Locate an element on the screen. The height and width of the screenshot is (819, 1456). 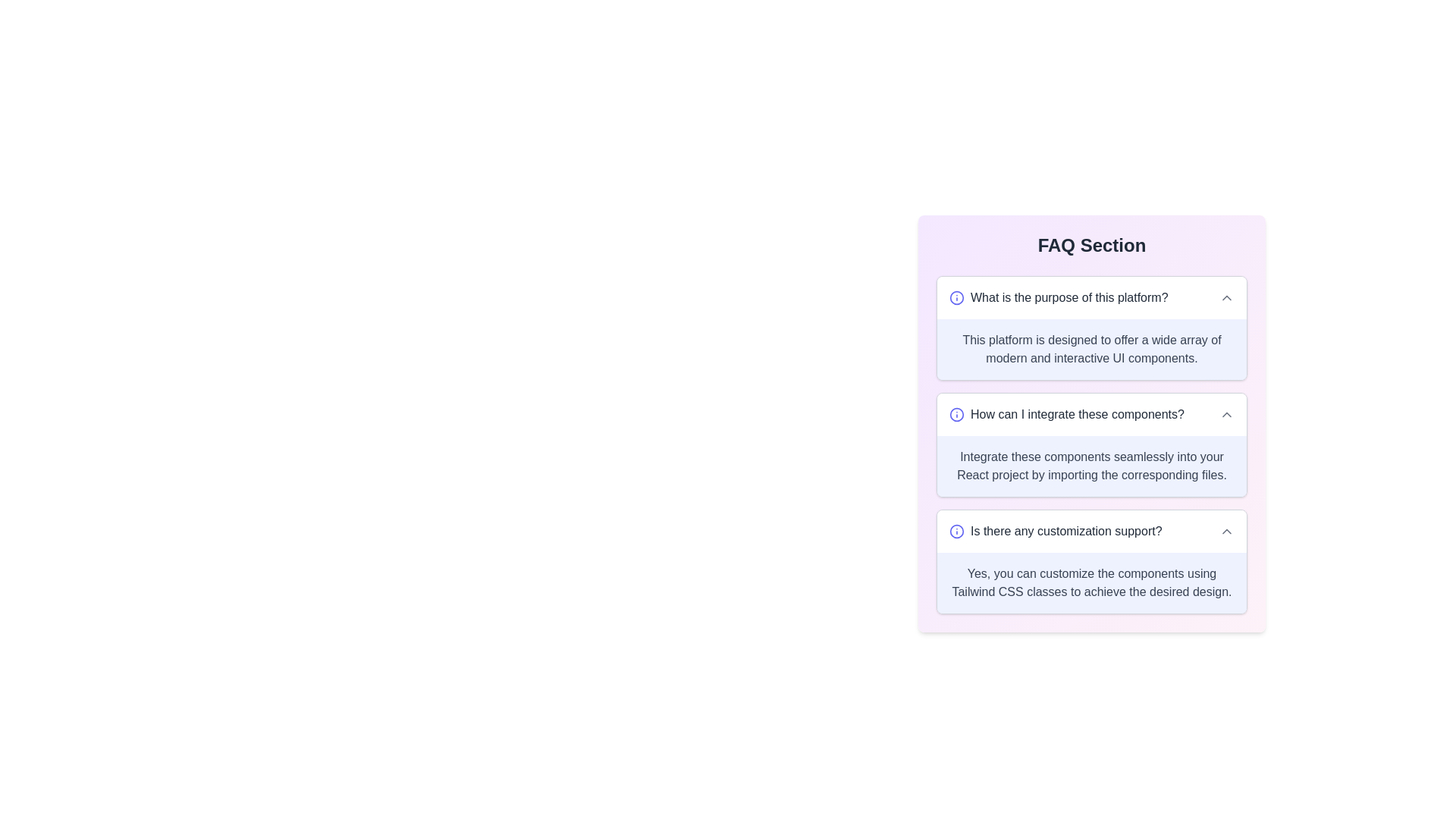
the text element that reads 'How can I integrate these components?' which is the second question in the FAQ section, accompanied by an information icon on the left is located at coordinates (1065, 415).